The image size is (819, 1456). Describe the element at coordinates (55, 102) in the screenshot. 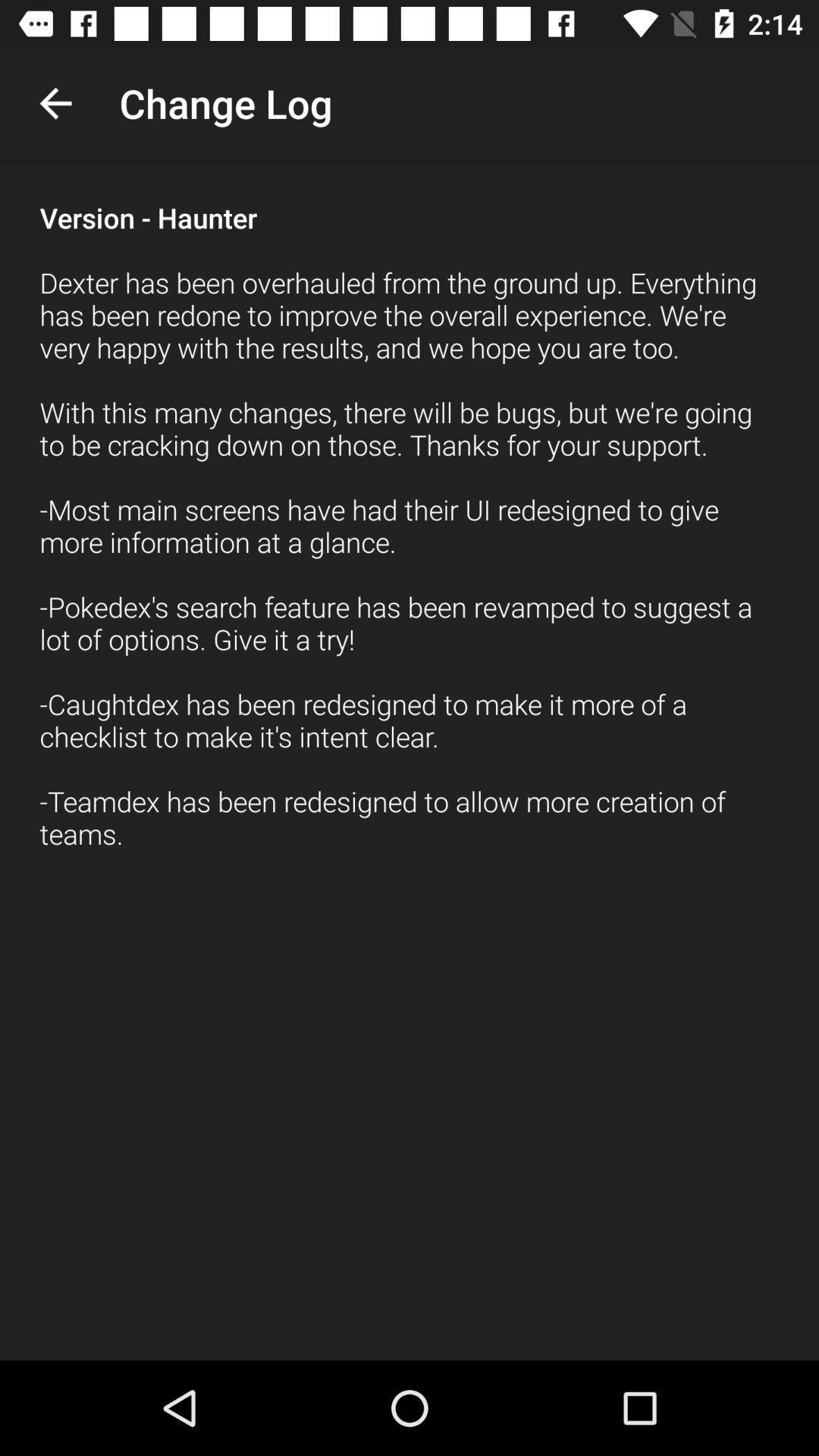

I see `the item above version haunter dexter item` at that location.